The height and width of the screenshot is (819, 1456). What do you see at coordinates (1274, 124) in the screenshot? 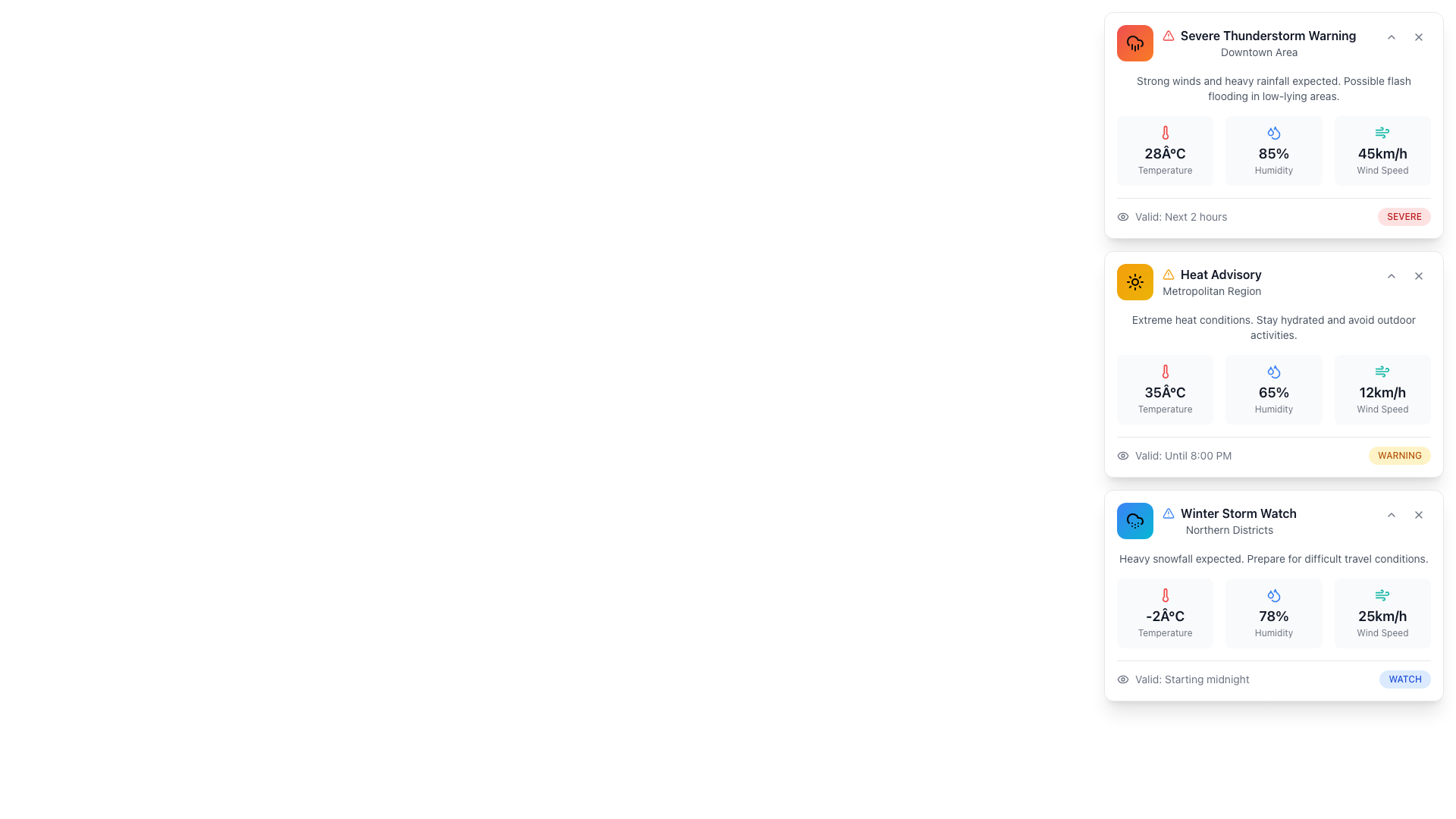
I see `the weather alert card displaying 'Severe Thunderstorm Warning' with a red-orange gradient icon, located at the top of the column` at bounding box center [1274, 124].